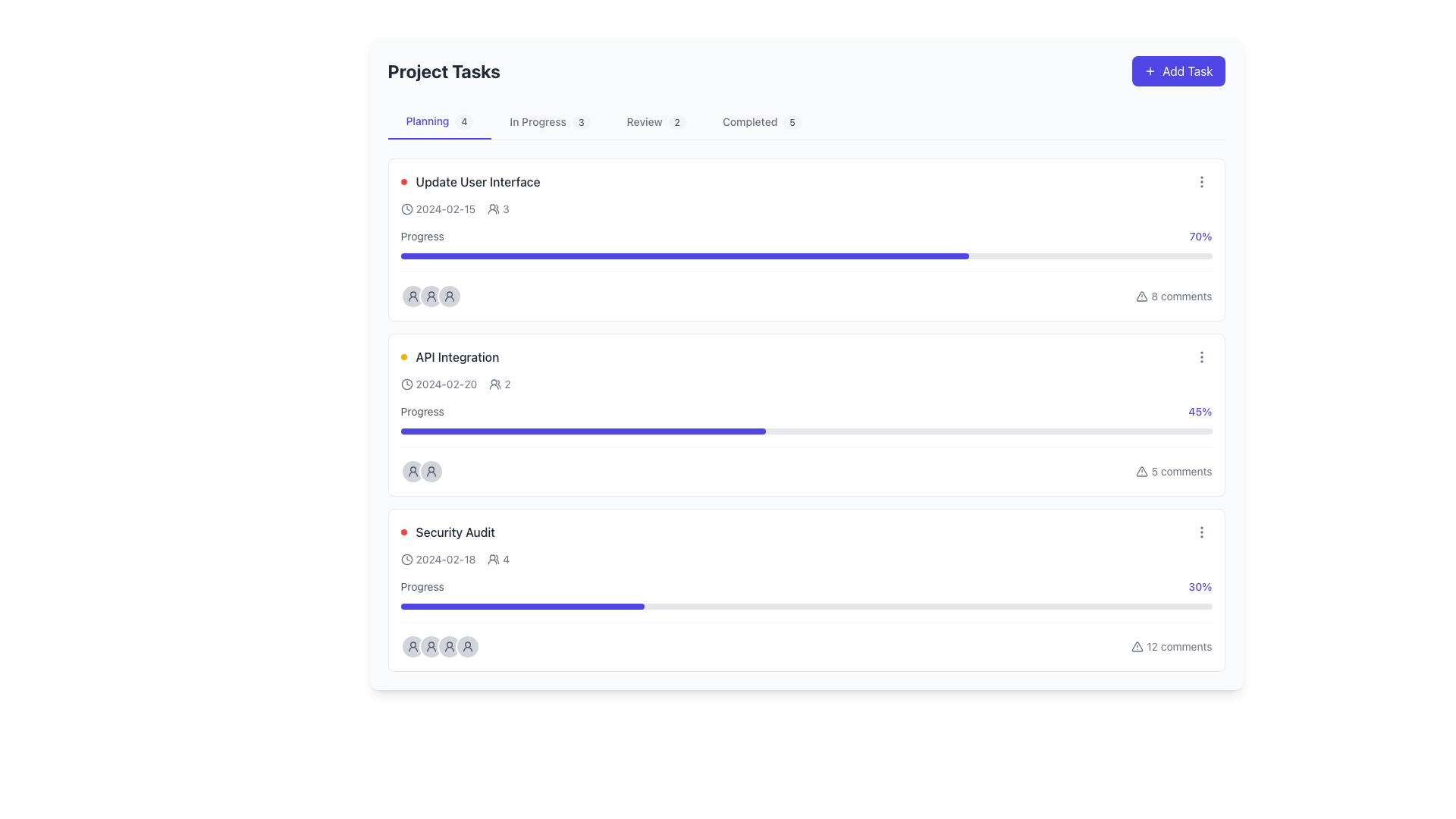  What do you see at coordinates (422, 586) in the screenshot?
I see `the text label that indicates the progress percentage in the 'Security Audit' section, which is positioned to the left of the percentage value '30%' and above the associated progress bar` at bounding box center [422, 586].